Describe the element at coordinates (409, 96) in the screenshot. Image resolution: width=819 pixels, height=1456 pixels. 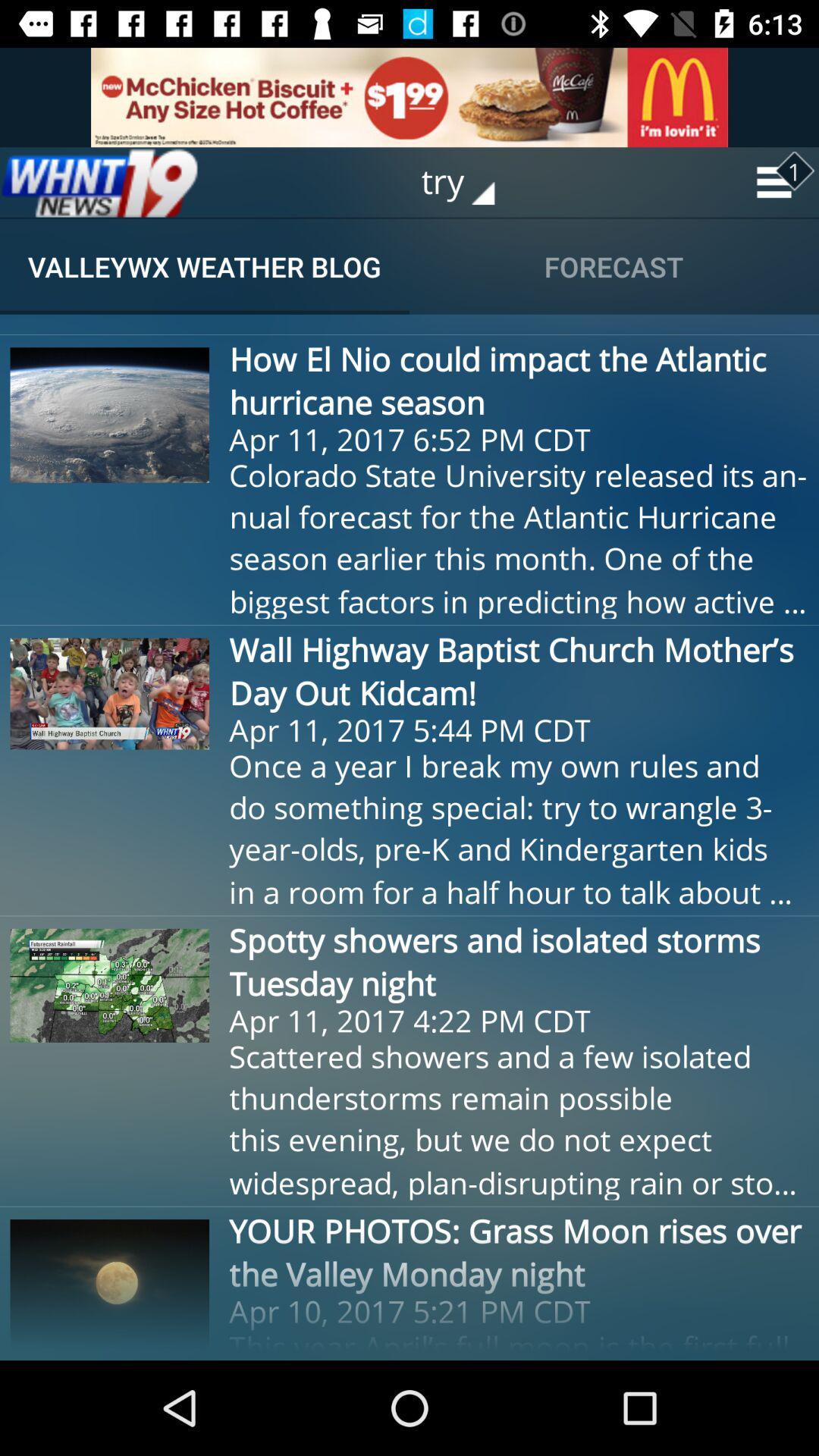
I see `open advertisement` at that location.